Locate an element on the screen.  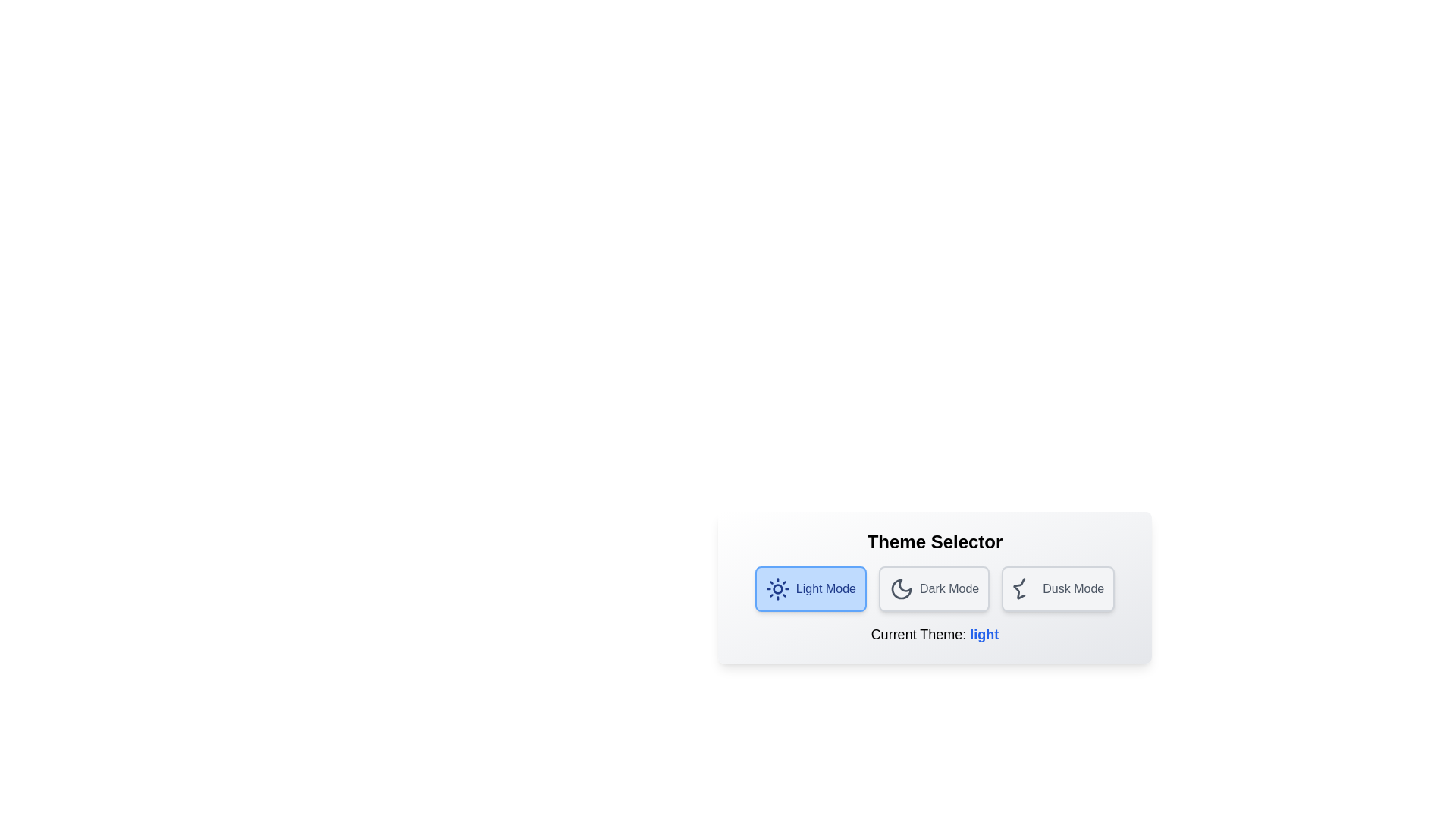
the heading text 'Theme Selector' to select or highlight it is located at coordinates (934, 541).